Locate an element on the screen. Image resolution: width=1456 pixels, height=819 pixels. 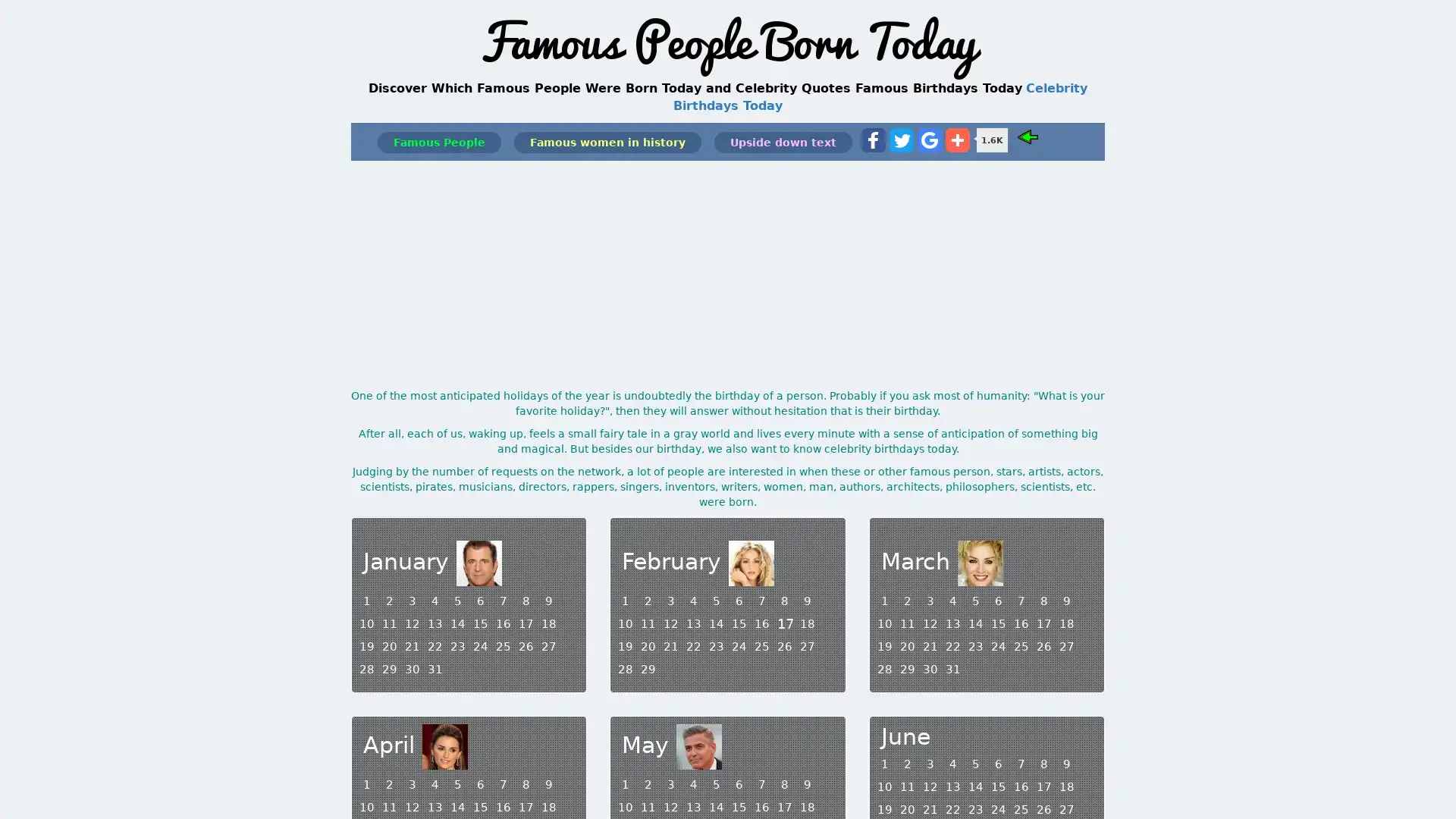
Share to More is located at coordinates (956, 140).